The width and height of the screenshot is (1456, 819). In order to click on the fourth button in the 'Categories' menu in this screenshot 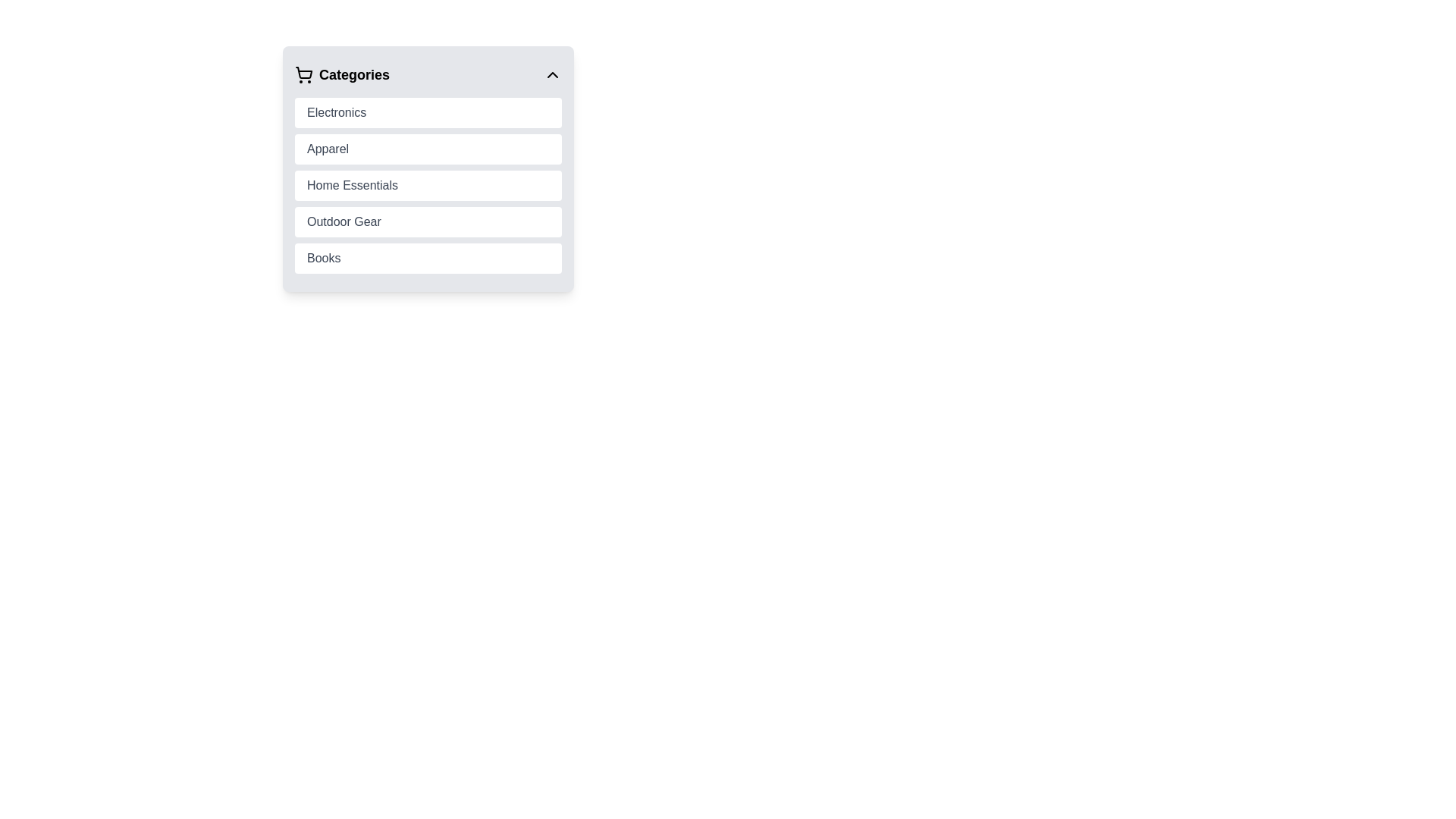, I will do `click(428, 222)`.